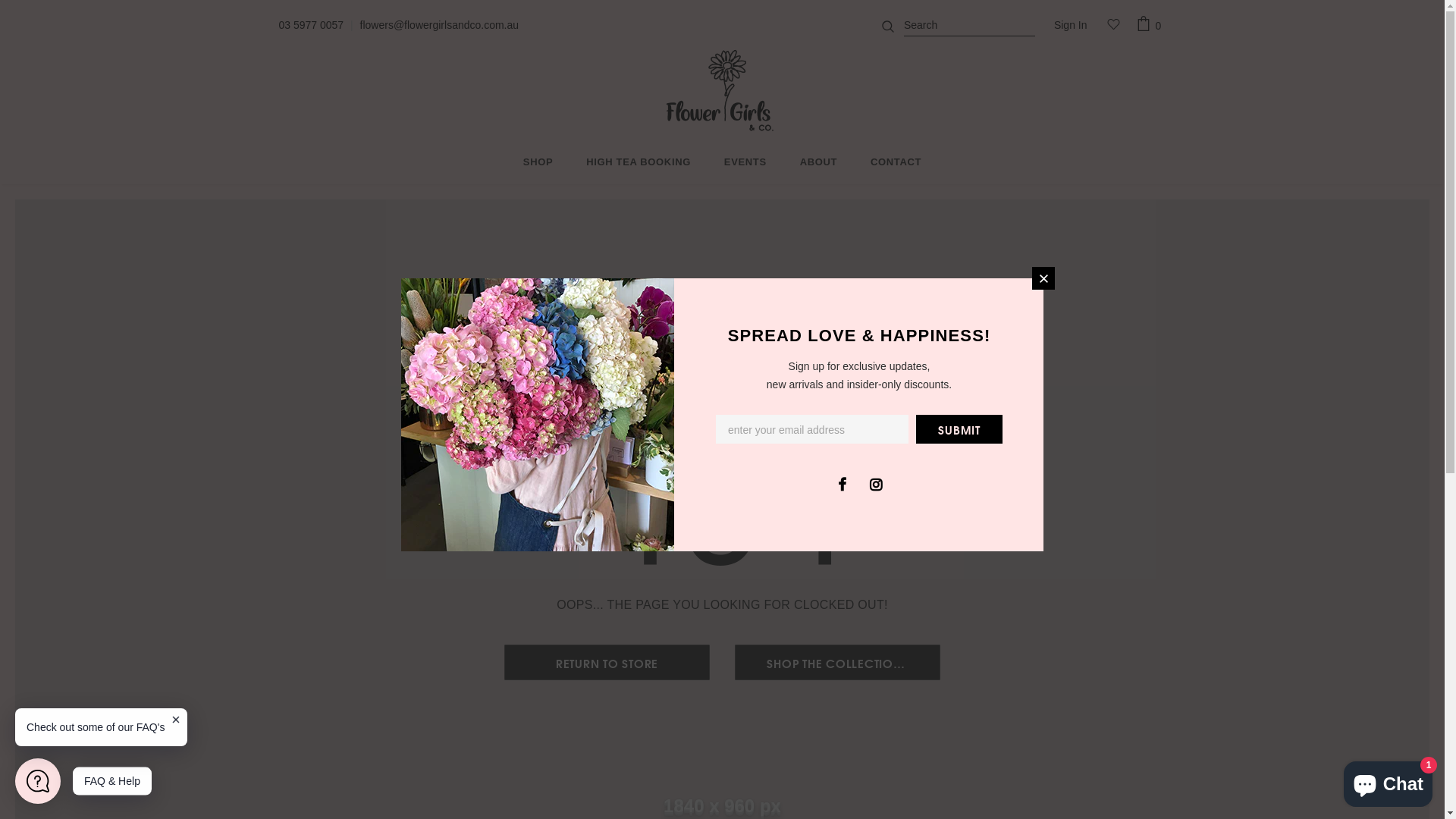 Image resolution: width=1456 pixels, height=819 pixels. Describe the element at coordinates (1043, 278) in the screenshot. I see `'Close'` at that location.